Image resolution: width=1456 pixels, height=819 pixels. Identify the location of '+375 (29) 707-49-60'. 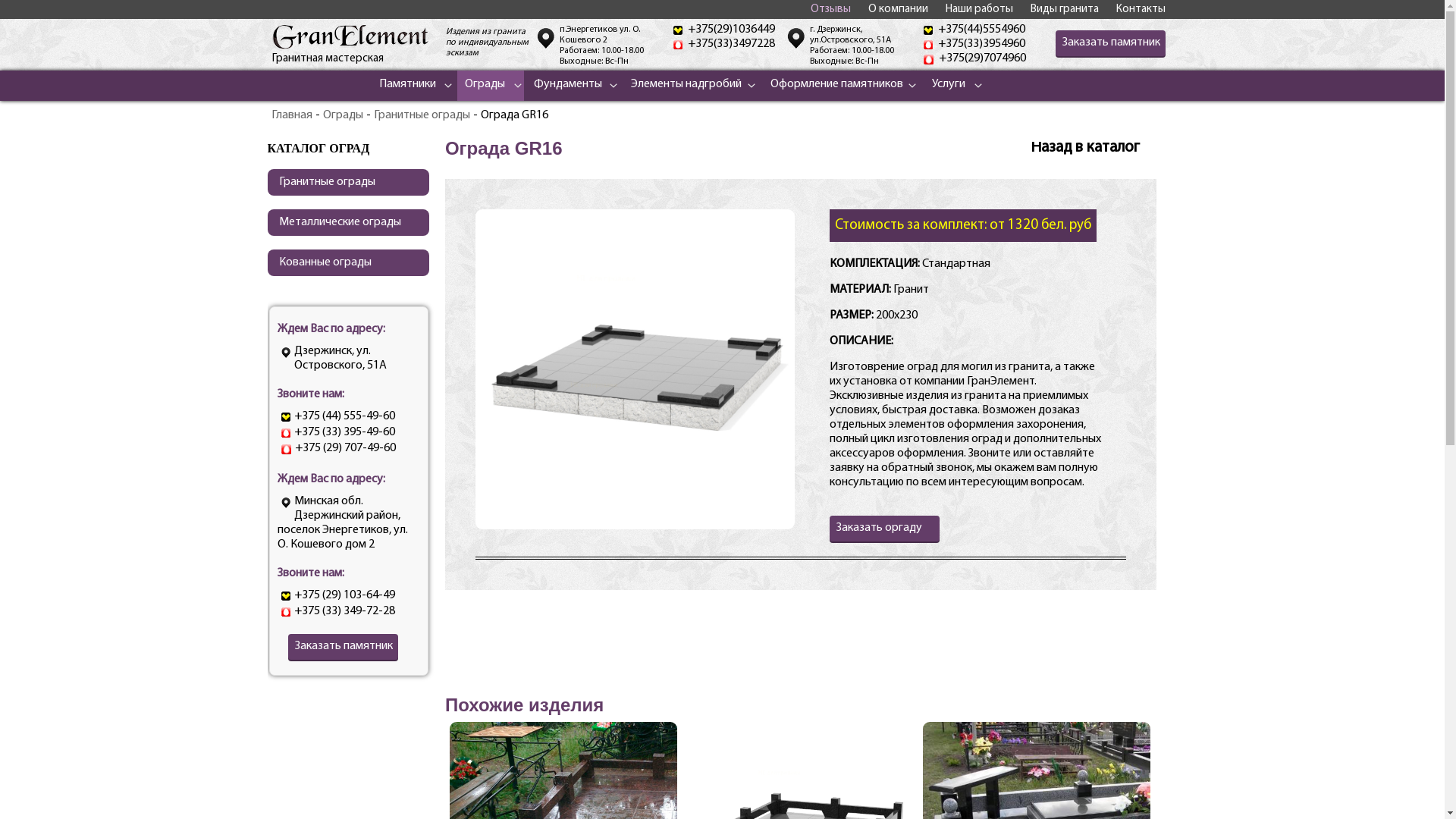
(344, 447).